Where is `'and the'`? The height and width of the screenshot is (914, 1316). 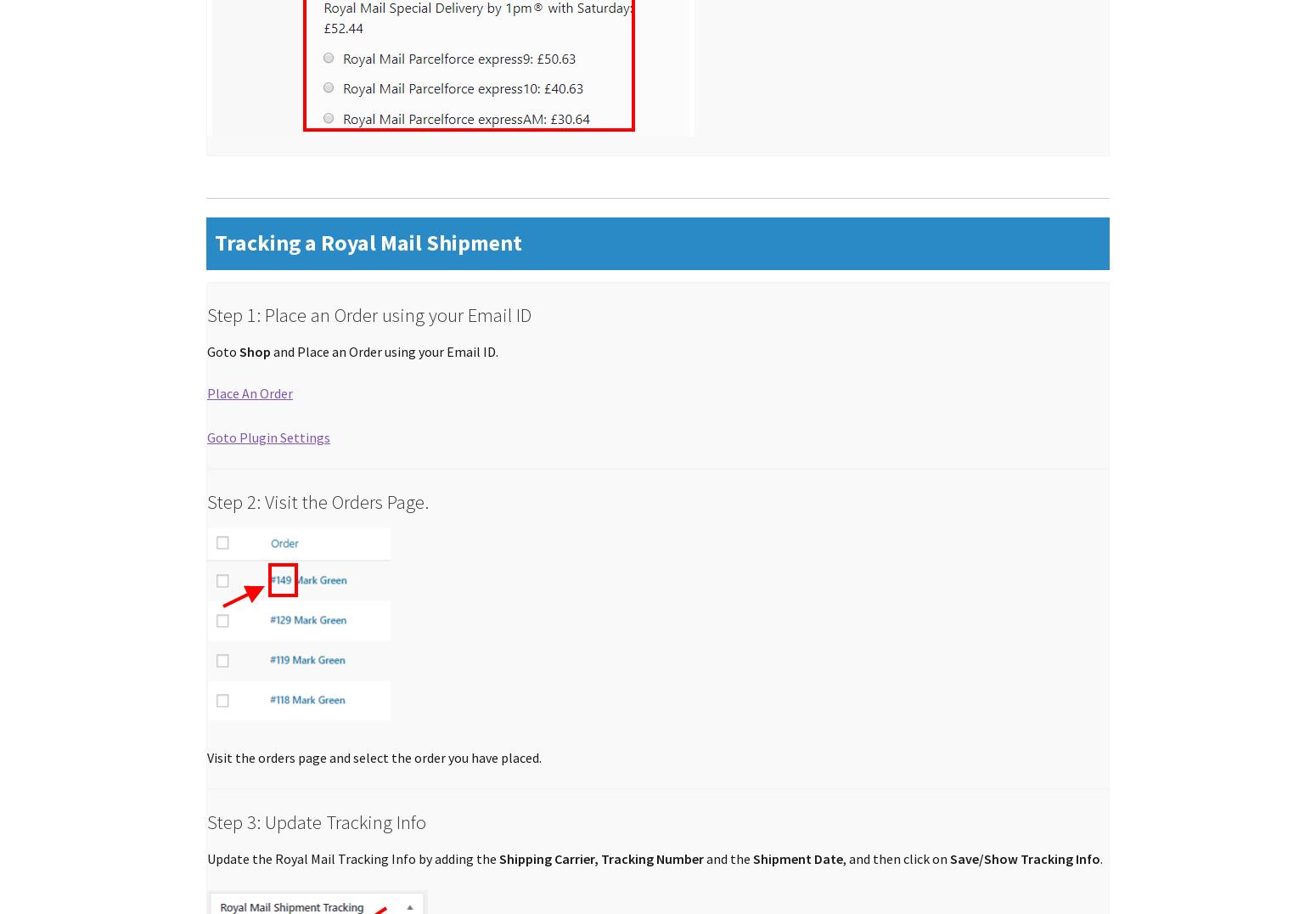 'and the' is located at coordinates (728, 858).